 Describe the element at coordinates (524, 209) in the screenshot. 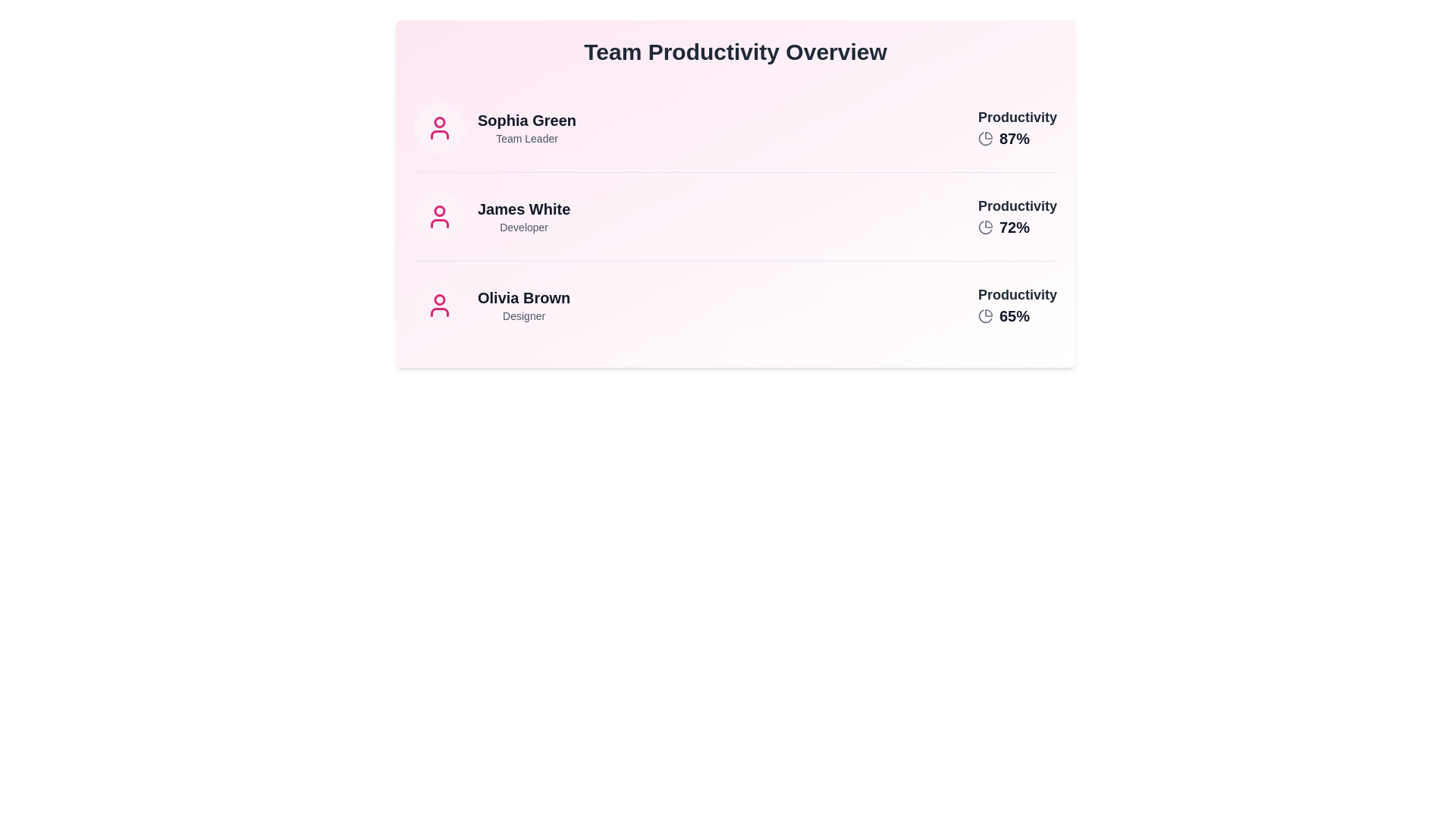

I see `the text element displaying the name of a team member in bold format, located in the second row of the team productivity overview card, above the text 'Developer'` at that location.